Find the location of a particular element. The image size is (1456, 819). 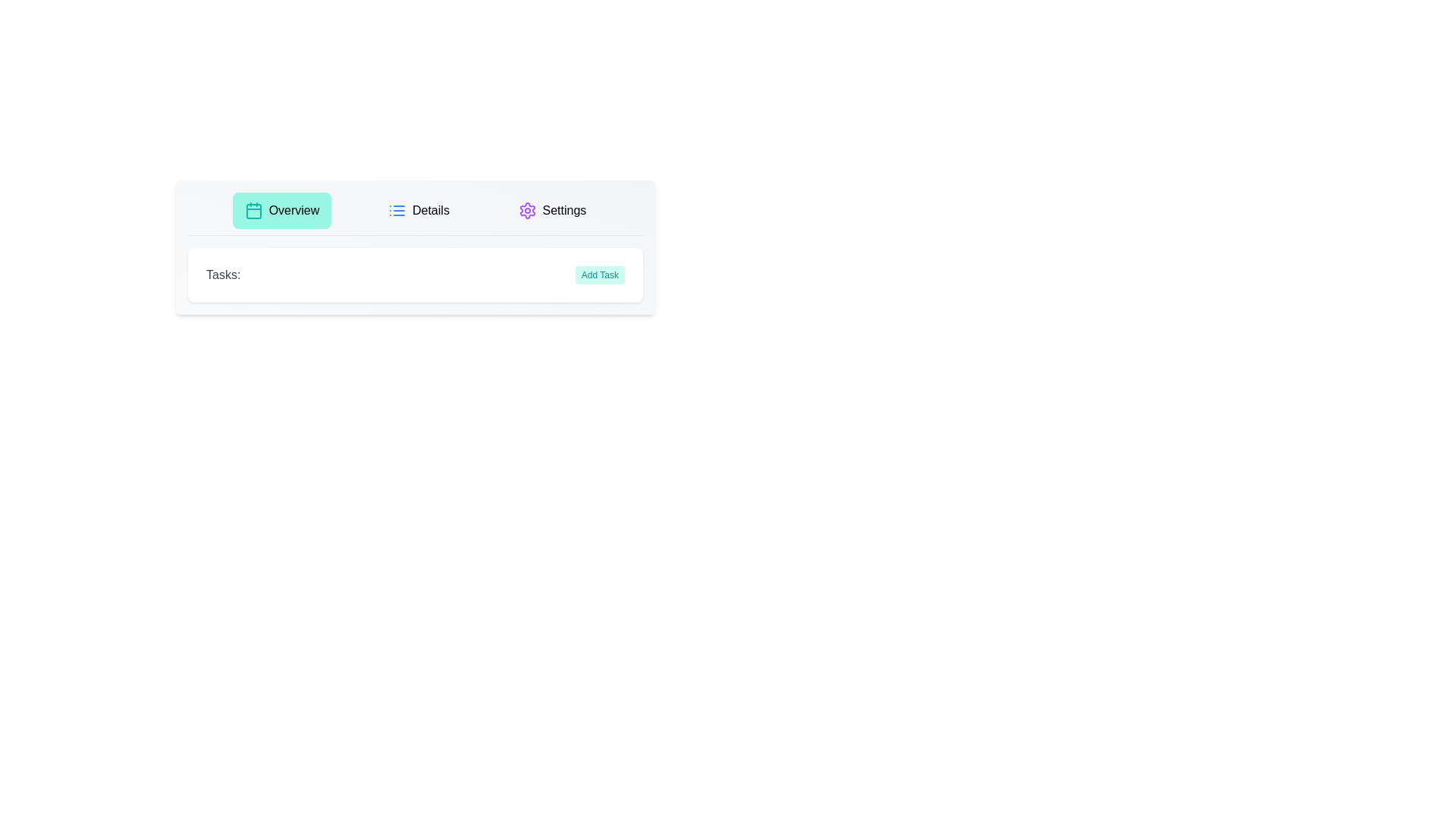

the Add Task Button to observe its hover effect is located at coordinates (599, 275).